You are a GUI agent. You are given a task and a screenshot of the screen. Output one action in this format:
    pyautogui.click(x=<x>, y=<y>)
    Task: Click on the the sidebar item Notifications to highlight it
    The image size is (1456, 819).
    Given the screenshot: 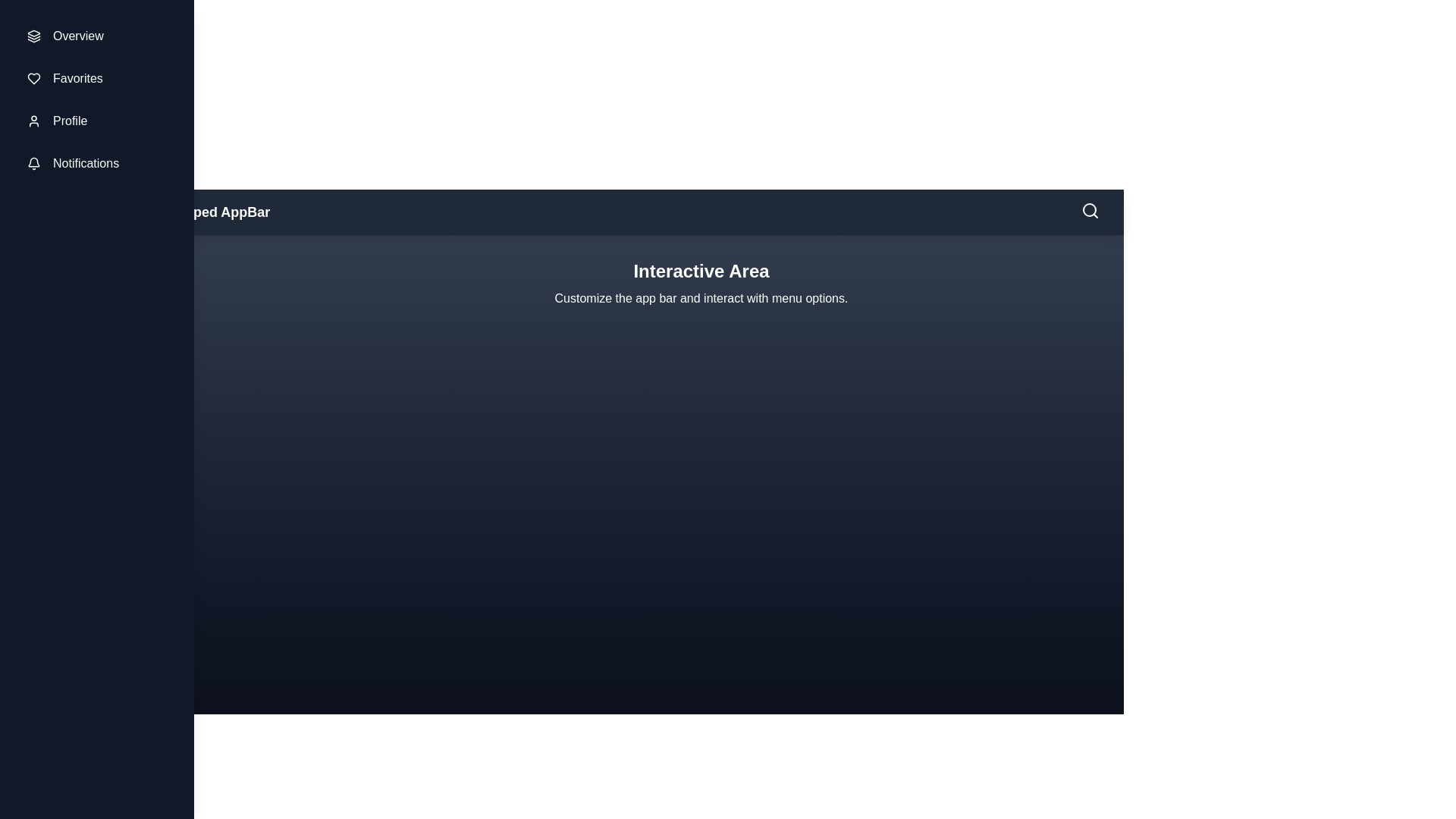 What is the action you would take?
    pyautogui.click(x=96, y=164)
    